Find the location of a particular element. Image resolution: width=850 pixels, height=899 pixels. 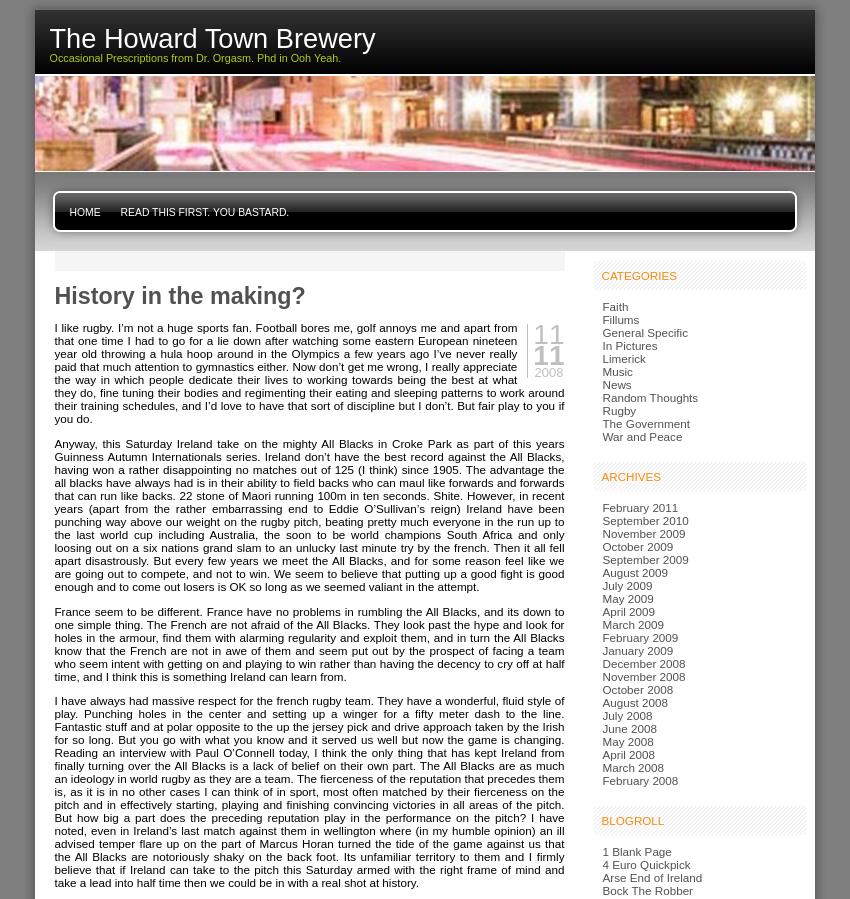

'October 2008' is located at coordinates (636, 688).